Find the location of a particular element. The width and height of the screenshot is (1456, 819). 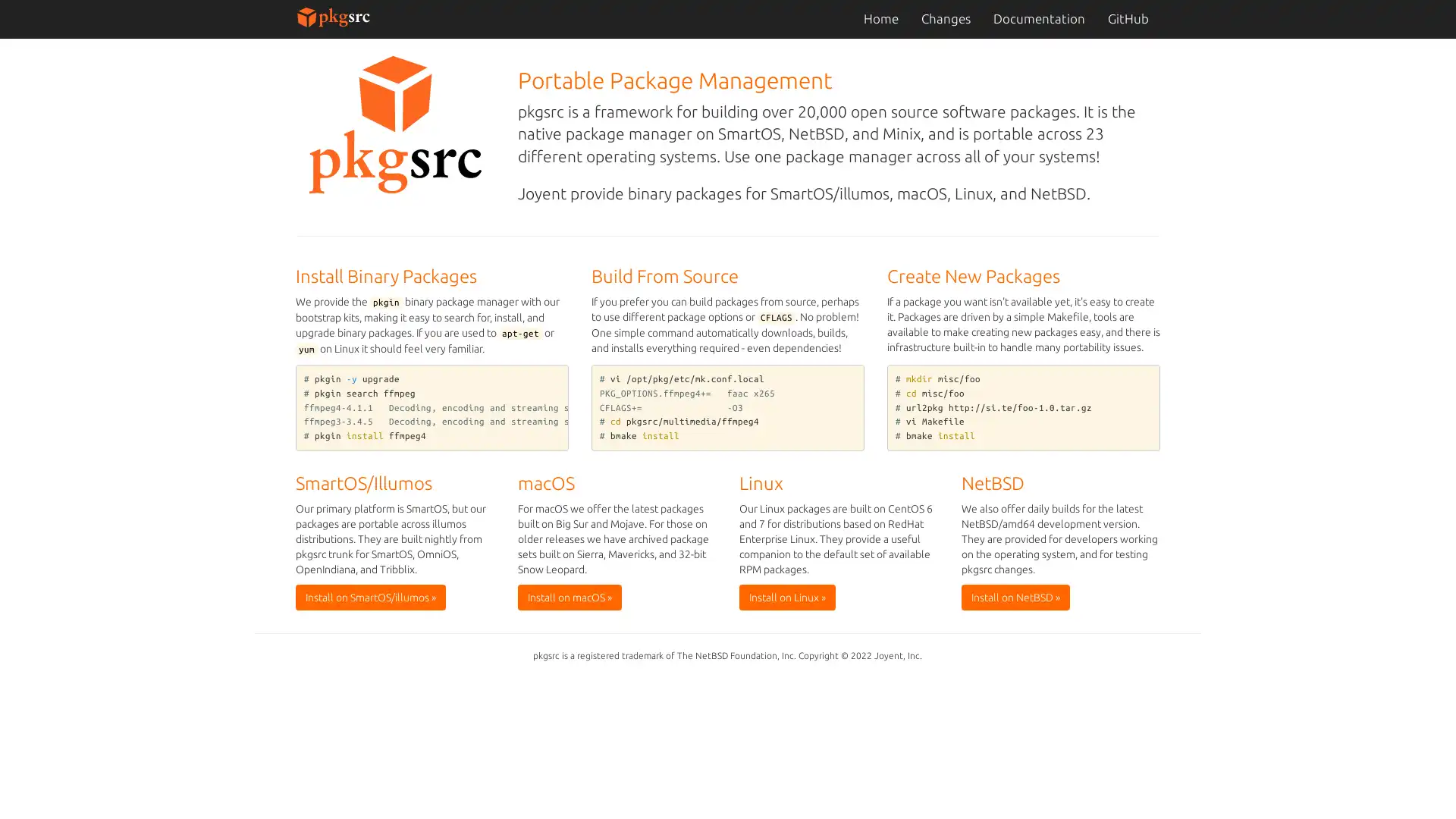

Install on NetBSD is located at coordinates (1015, 596).